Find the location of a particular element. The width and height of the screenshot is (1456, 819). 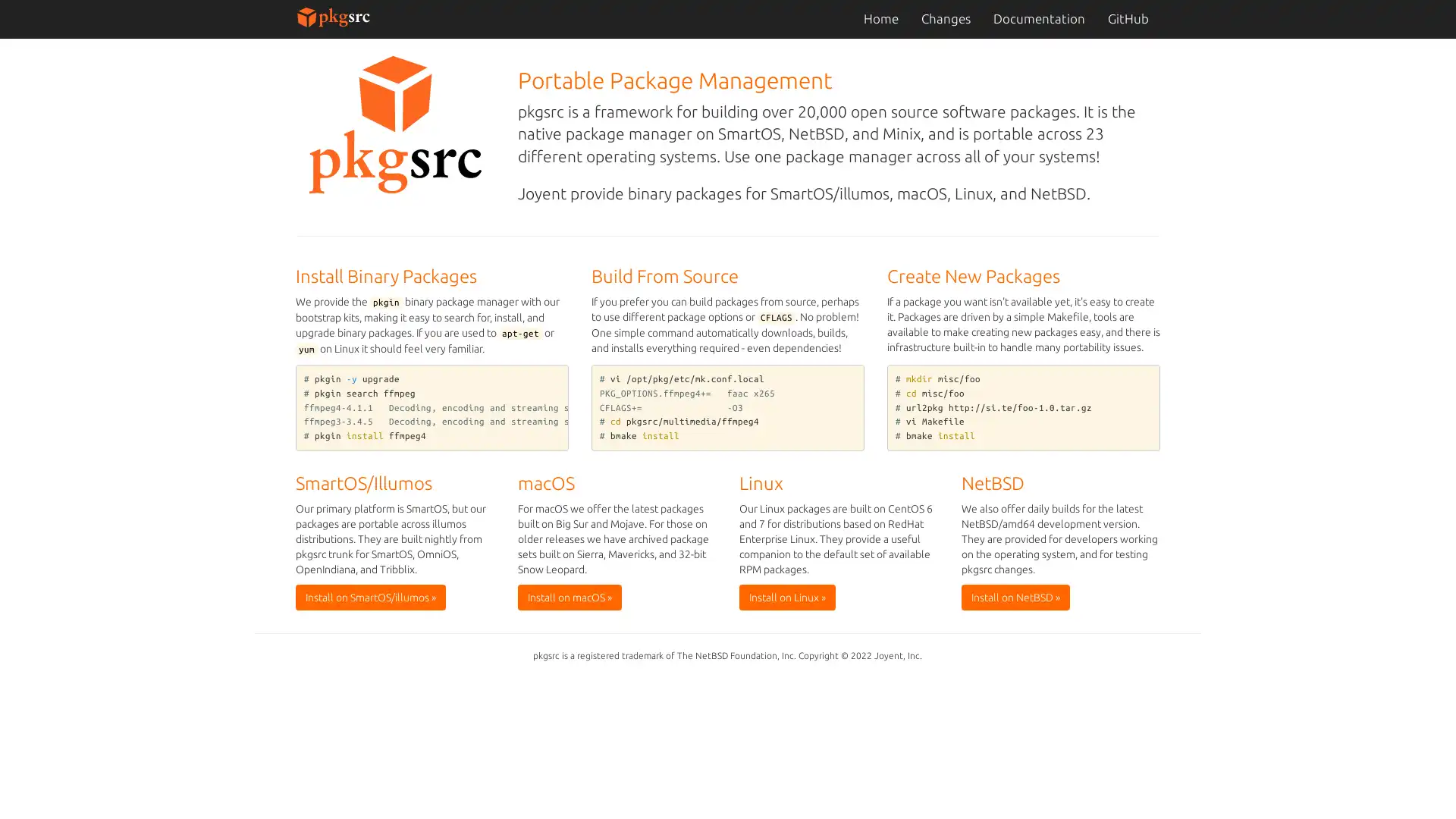

Install on NetBSD is located at coordinates (1015, 596).